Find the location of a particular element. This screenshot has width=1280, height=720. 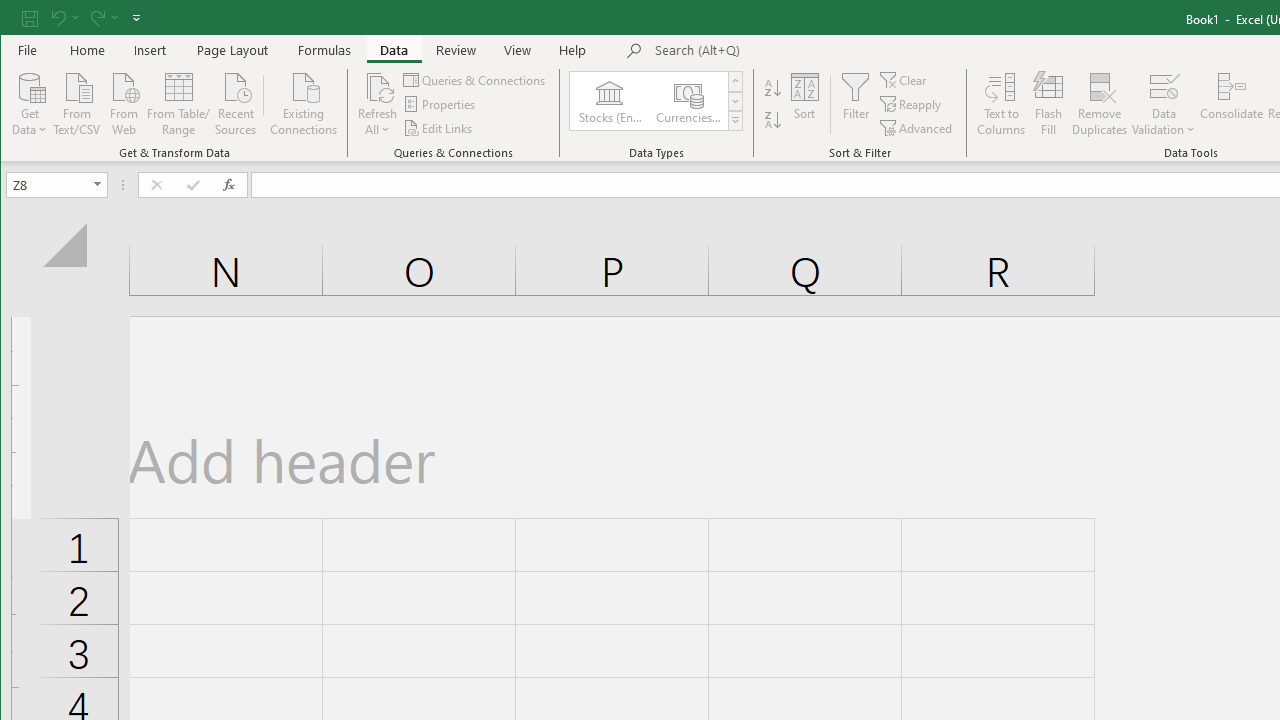

'From Table/Range' is located at coordinates (178, 102).